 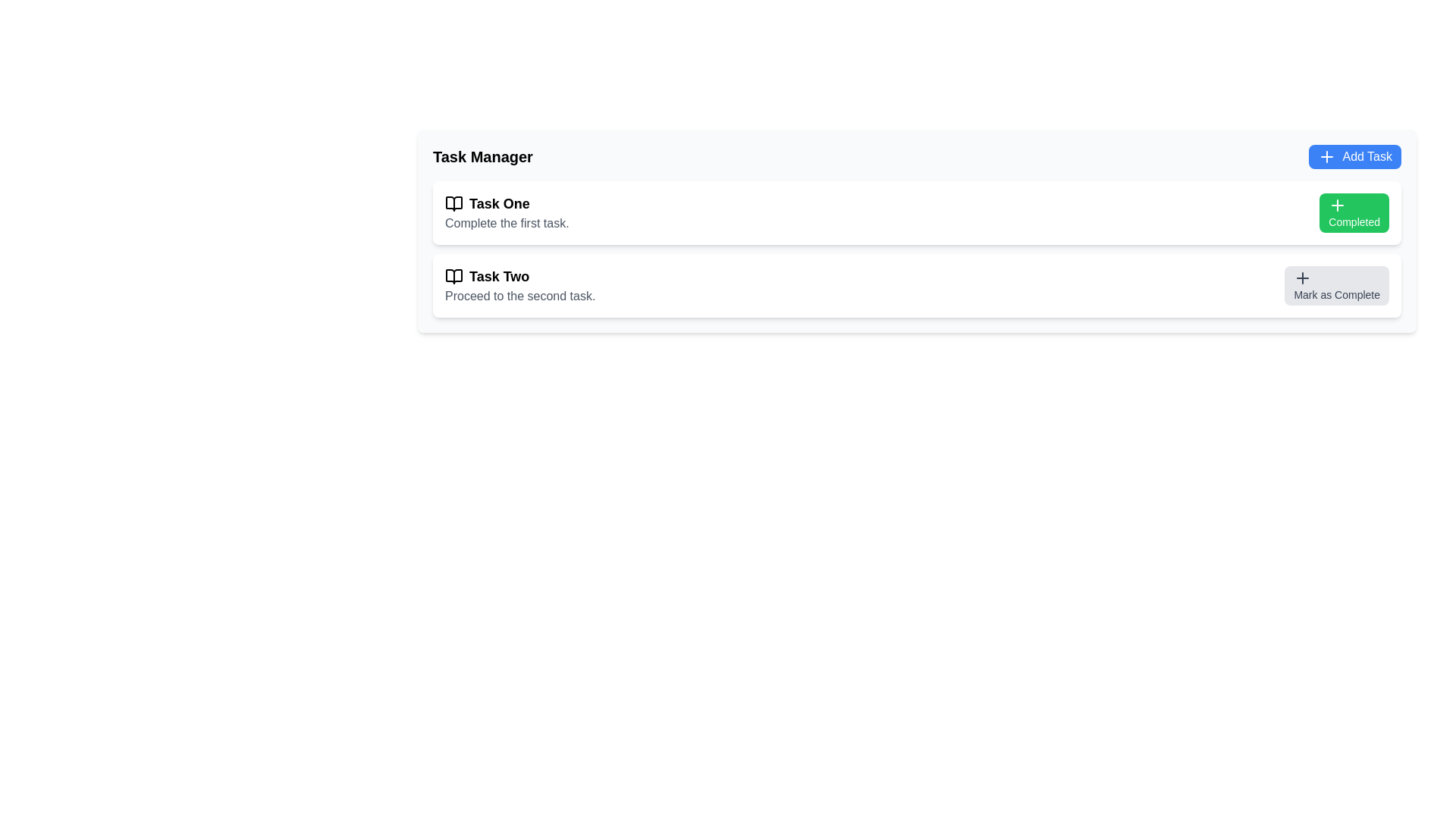 What do you see at coordinates (1355, 157) in the screenshot?
I see `the button that allows users to add a new task to the list in the interface, located at the far-right end of the 'Task Manager' header section` at bounding box center [1355, 157].